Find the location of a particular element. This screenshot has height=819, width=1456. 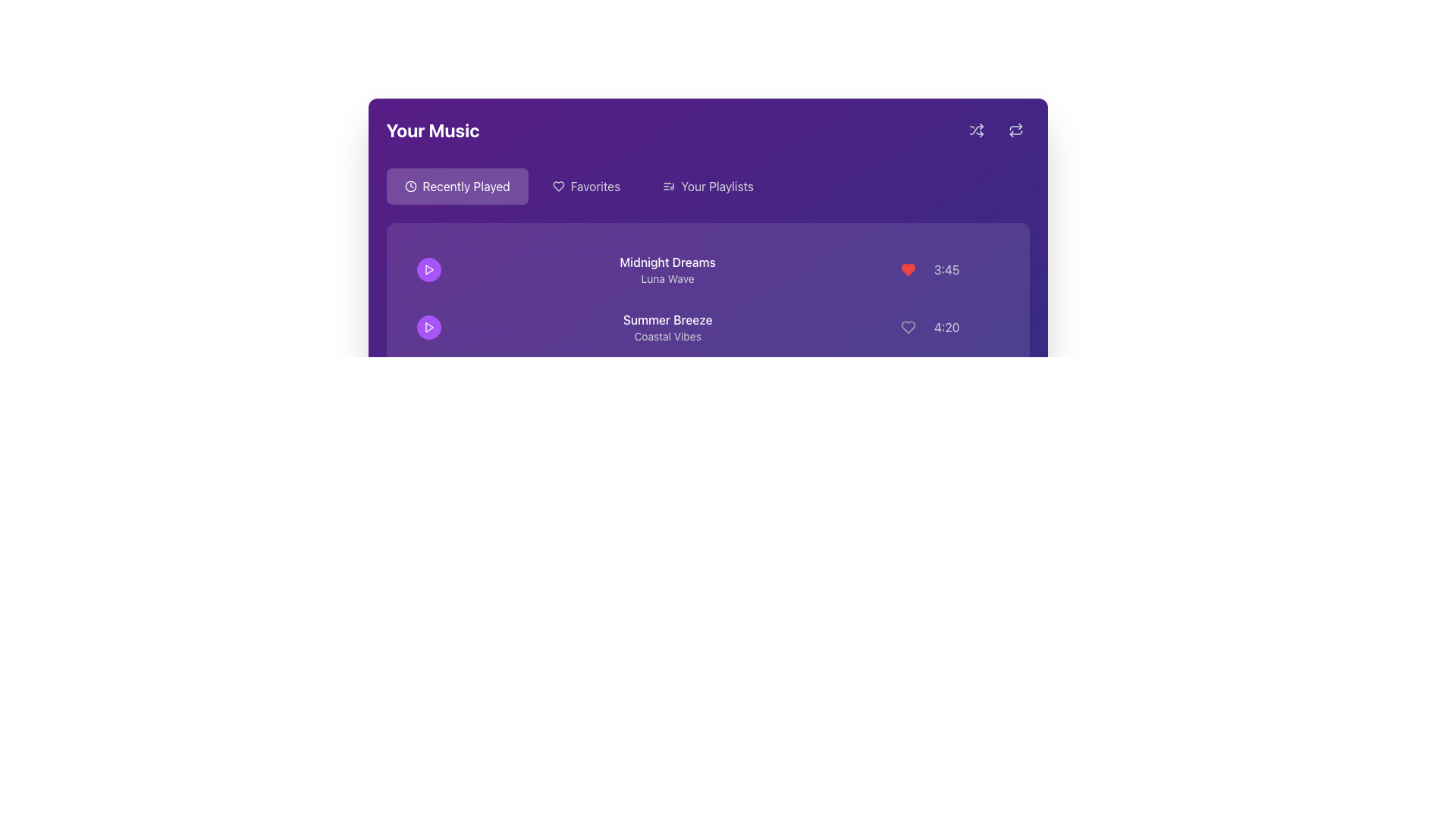

the first button in the horizontal menu, which navigates to the Recently Played section is located at coordinates (457, 186).